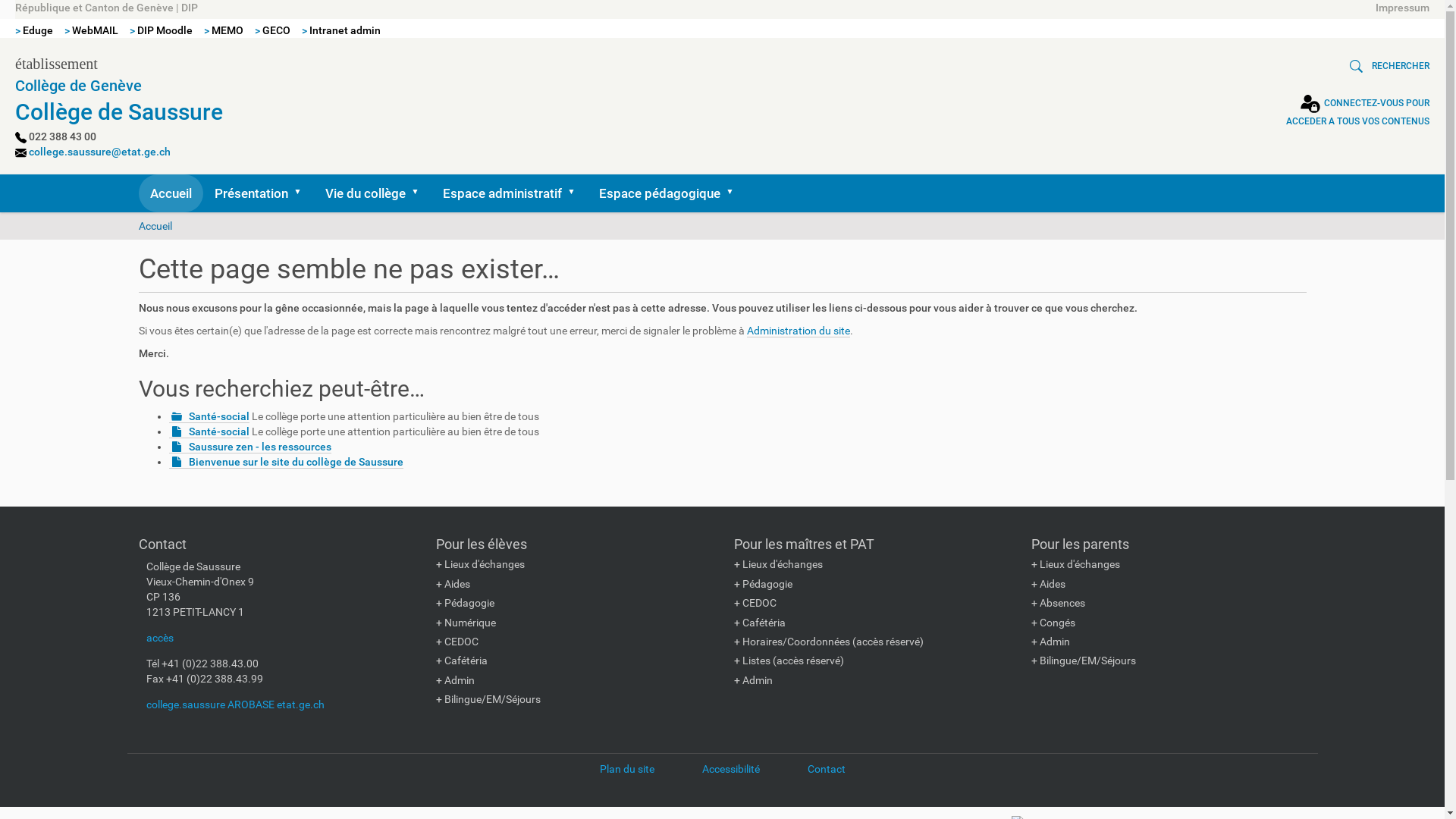 Image resolution: width=1456 pixels, height=819 pixels. Describe the element at coordinates (272, 30) in the screenshot. I see `'> GECO'` at that location.